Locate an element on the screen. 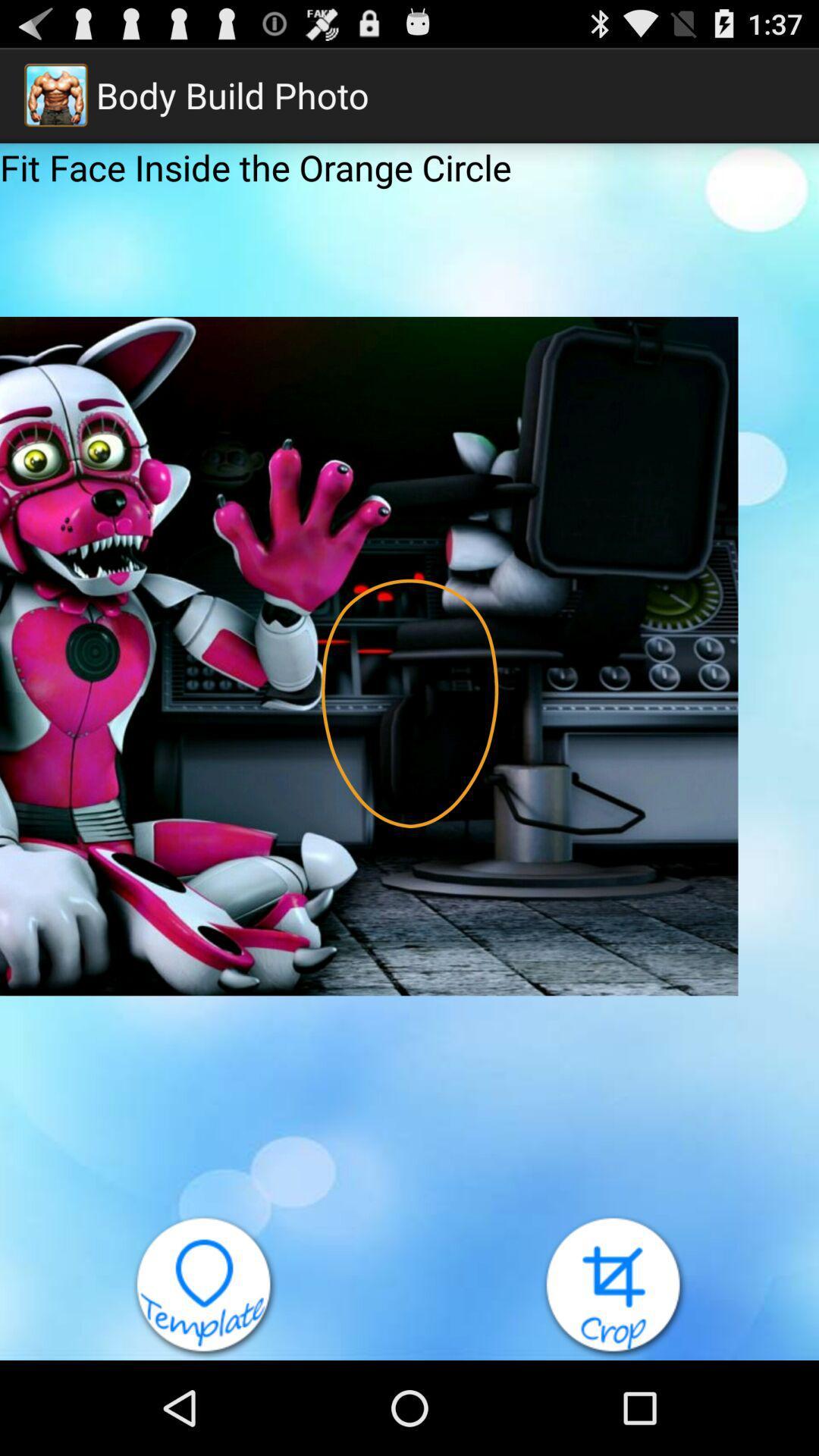 The height and width of the screenshot is (1456, 819). crop image is located at coordinates (614, 1286).